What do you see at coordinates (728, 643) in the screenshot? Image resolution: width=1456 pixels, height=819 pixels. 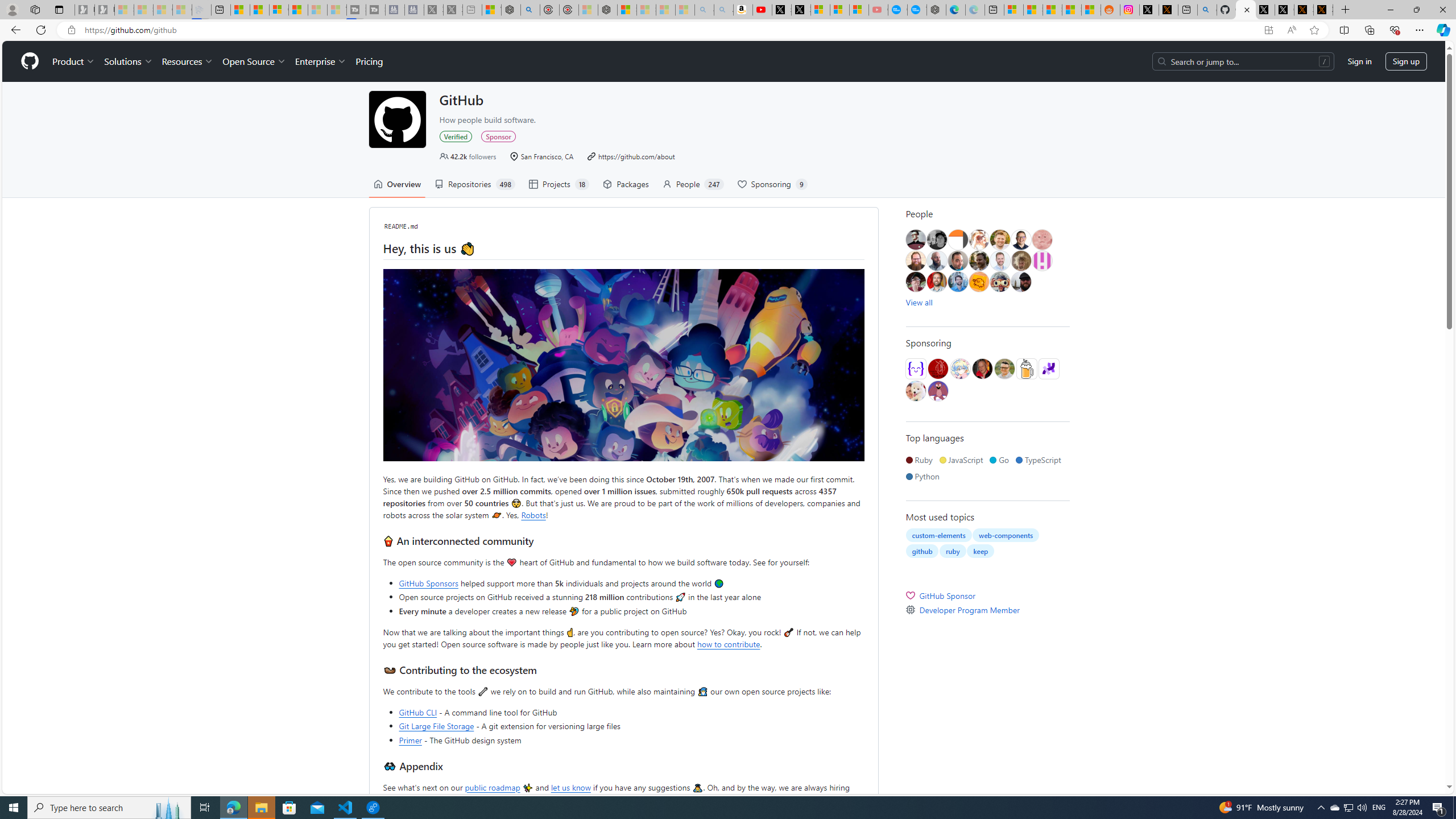 I see `'how to contribute'` at bounding box center [728, 643].